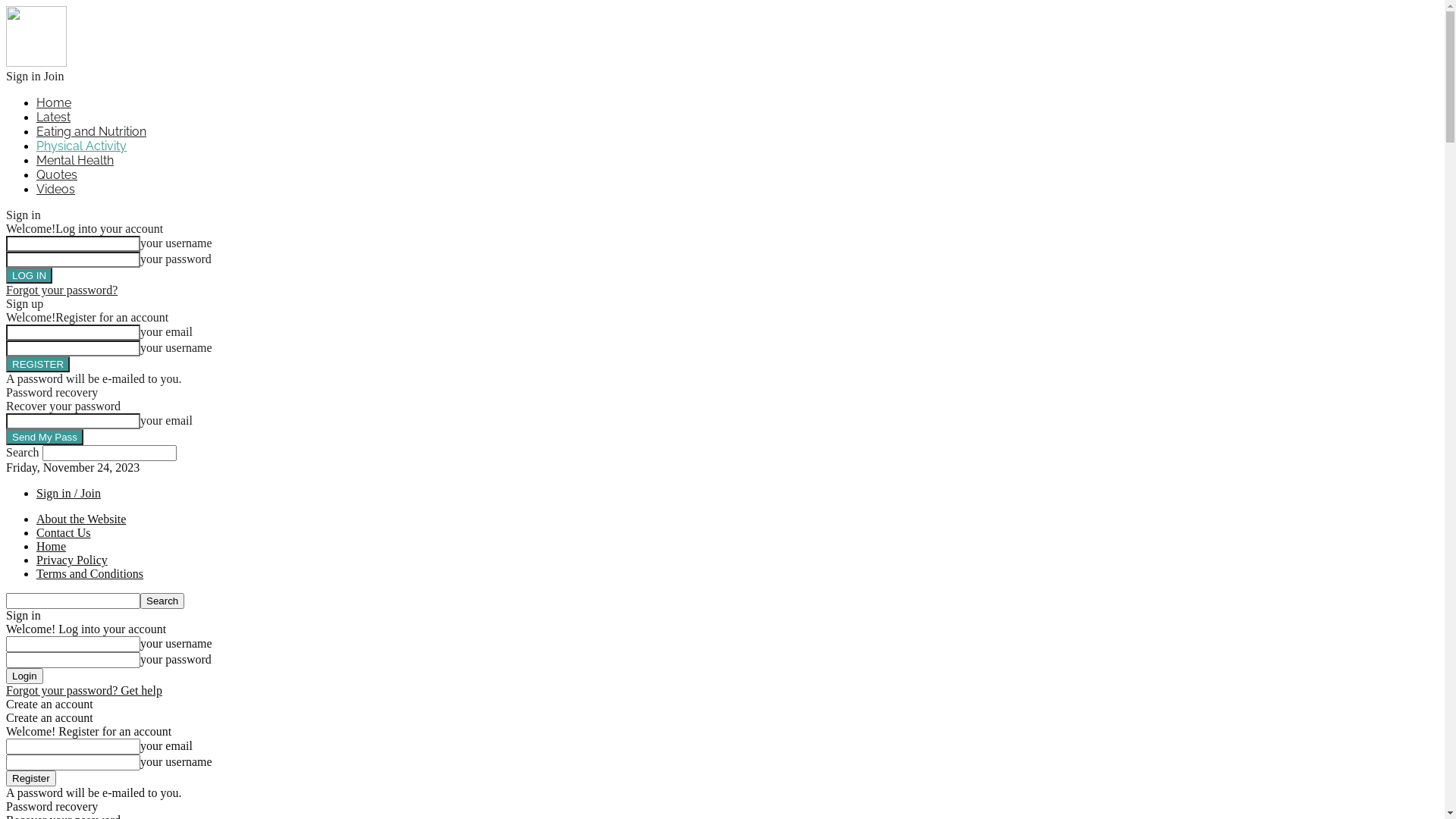  Describe the element at coordinates (80, 146) in the screenshot. I see `'Physical Activity'` at that location.